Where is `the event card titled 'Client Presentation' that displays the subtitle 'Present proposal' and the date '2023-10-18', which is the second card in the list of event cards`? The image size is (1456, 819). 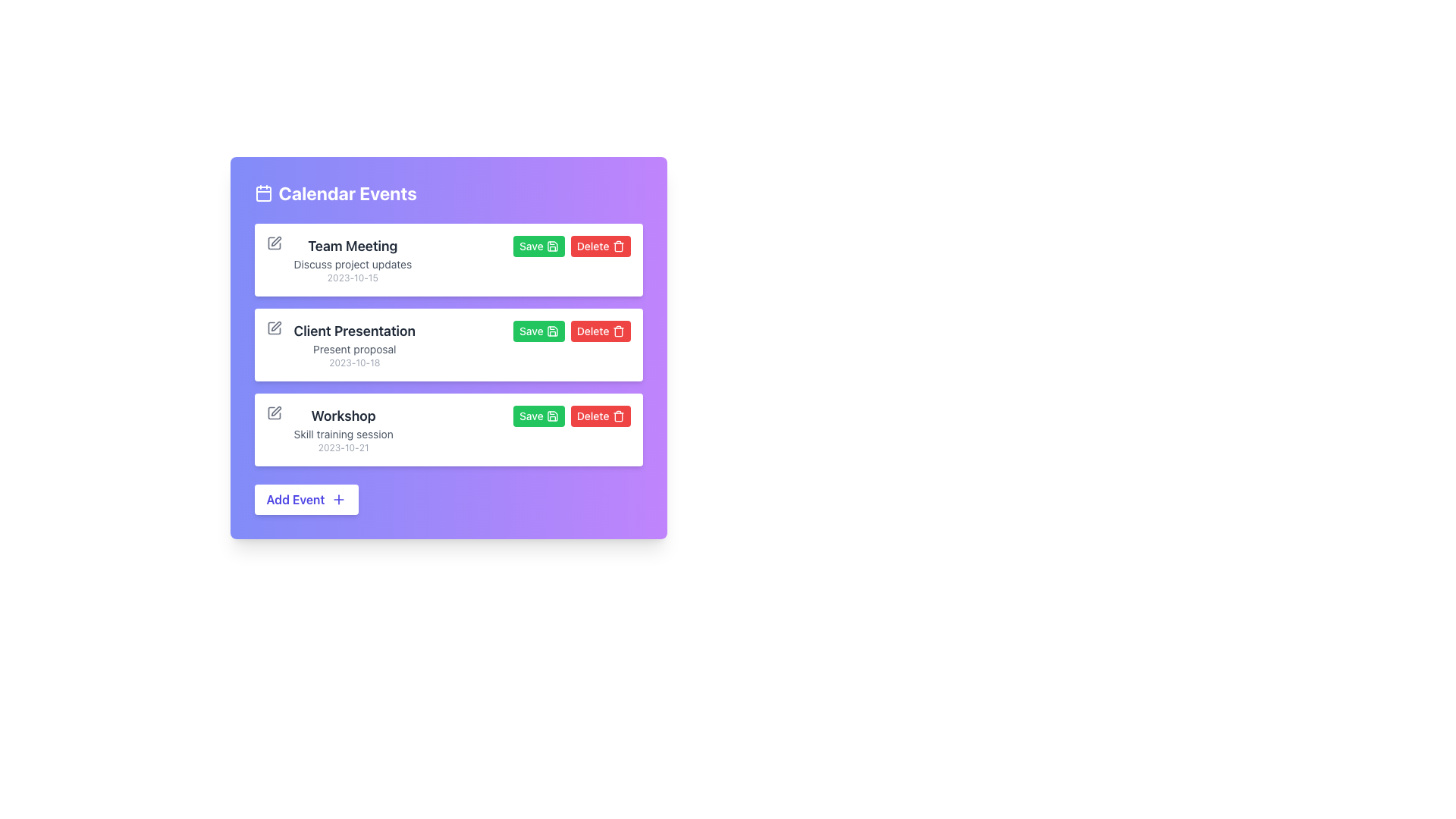
the event card titled 'Client Presentation' that displays the subtitle 'Present proposal' and the date '2023-10-18', which is the second card in the list of event cards is located at coordinates (447, 345).